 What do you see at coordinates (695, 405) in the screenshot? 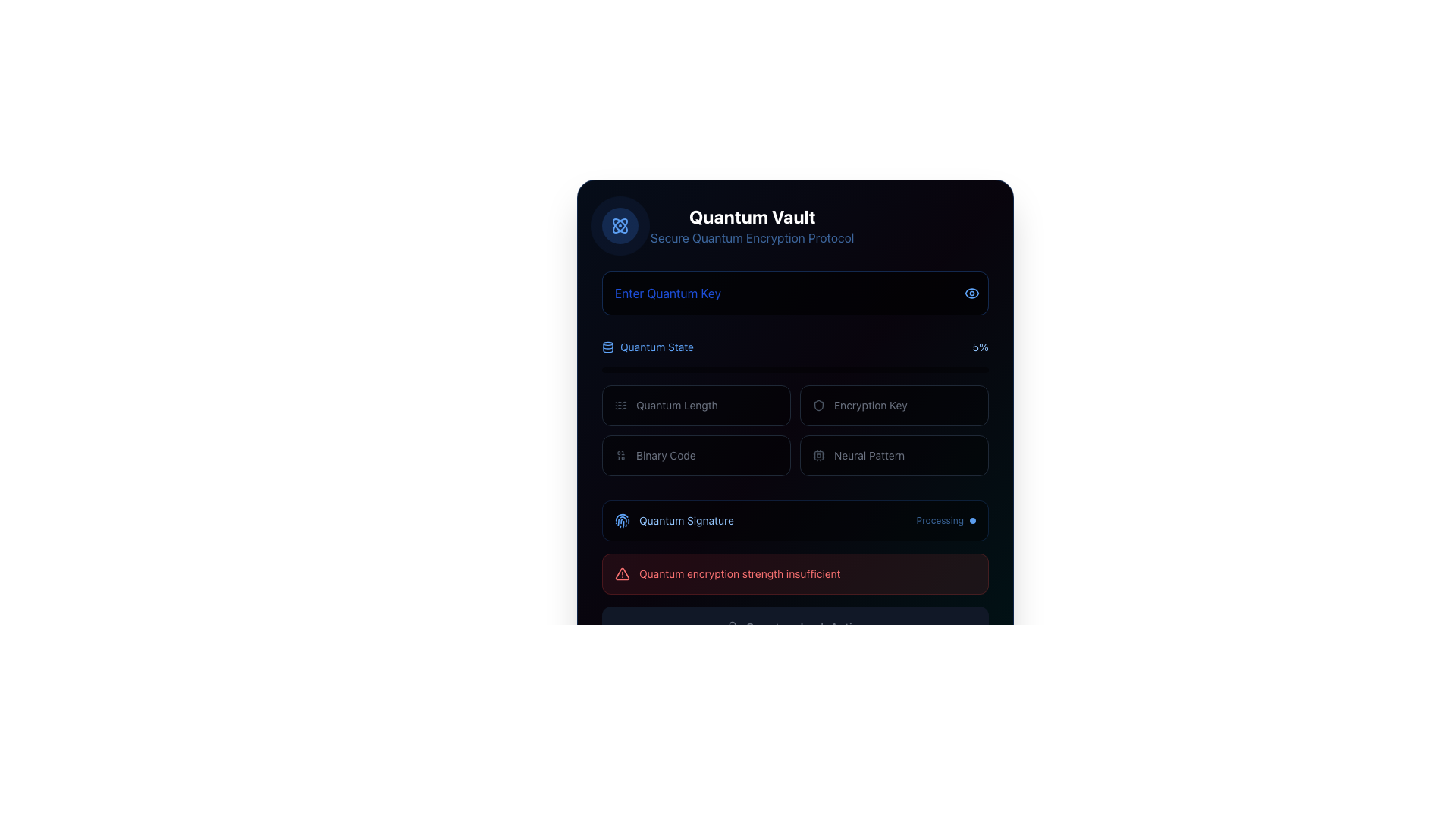
I see `the 'Quantum Length' label with its associated icon, which is located at the top-left cell of the grid layout, directly below the 'Quantum State' section` at bounding box center [695, 405].